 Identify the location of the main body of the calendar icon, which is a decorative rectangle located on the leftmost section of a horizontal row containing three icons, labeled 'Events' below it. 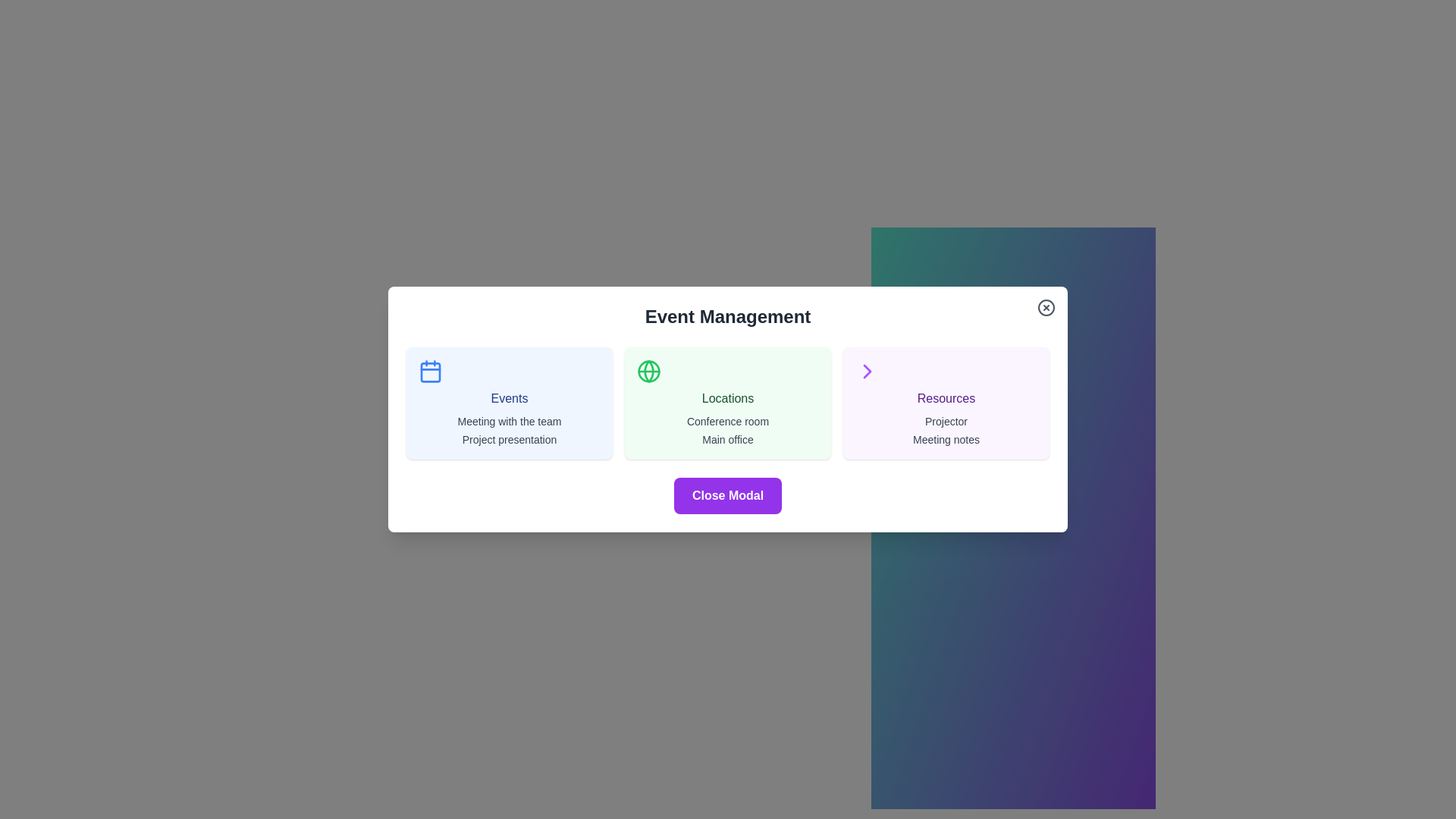
(429, 372).